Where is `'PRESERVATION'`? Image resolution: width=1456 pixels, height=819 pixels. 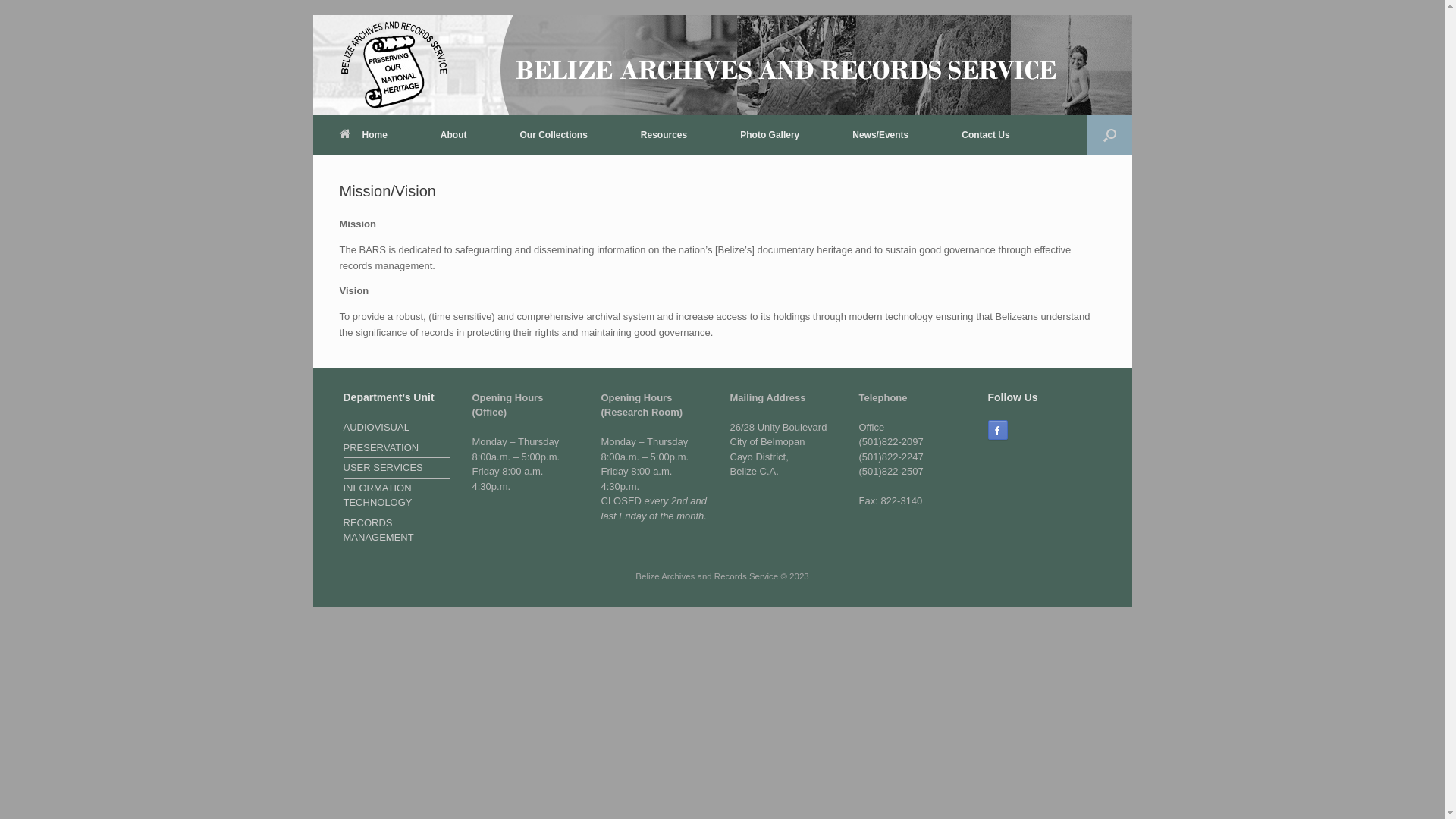
'PRESERVATION' is located at coordinates (396, 449).